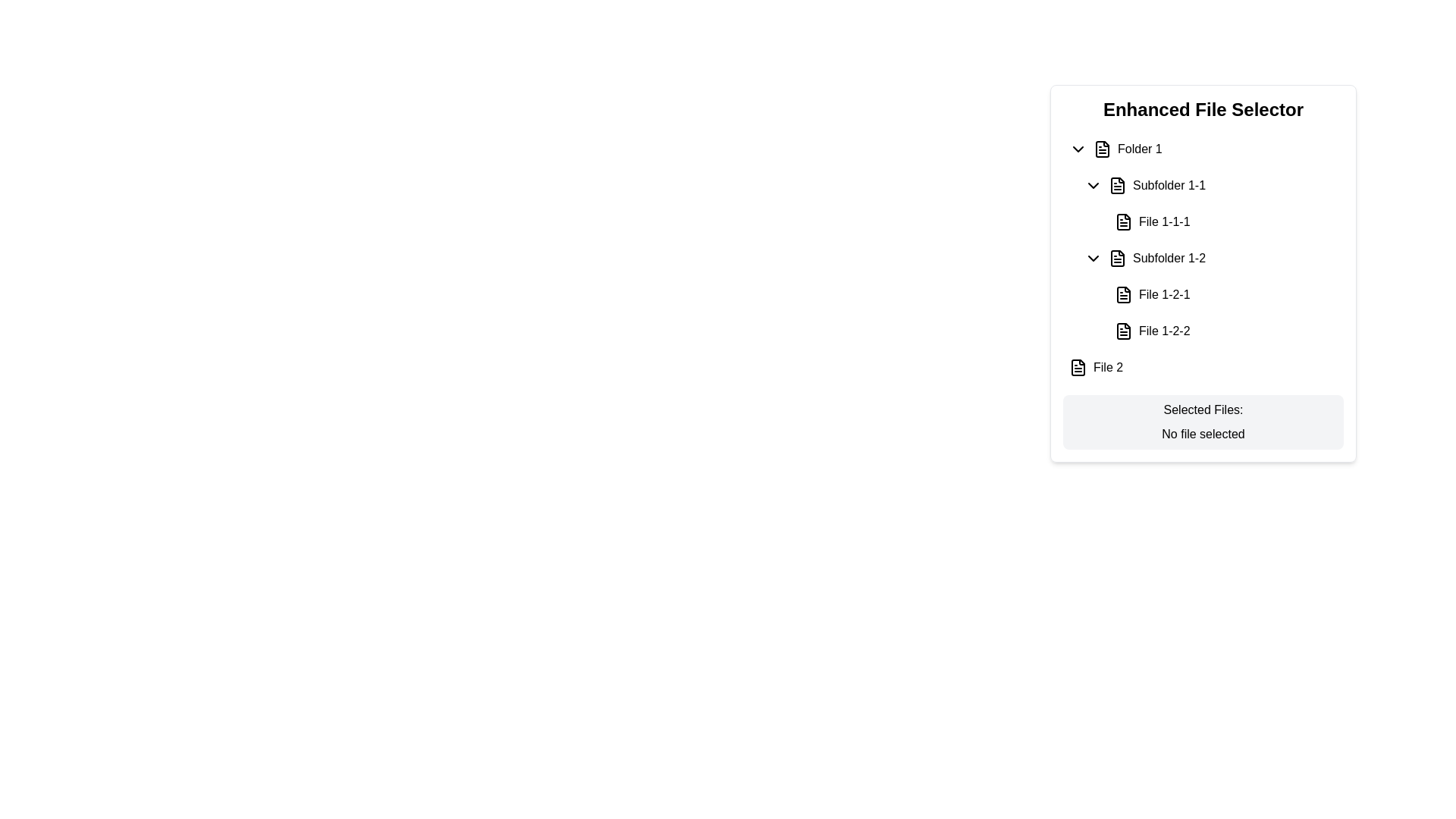 Image resolution: width=1456 pixels, height=819 pixels. I want to click on the first selectable item in the file selector hierarchy located under 'Subfolder 1-1', so click(1226, 222).